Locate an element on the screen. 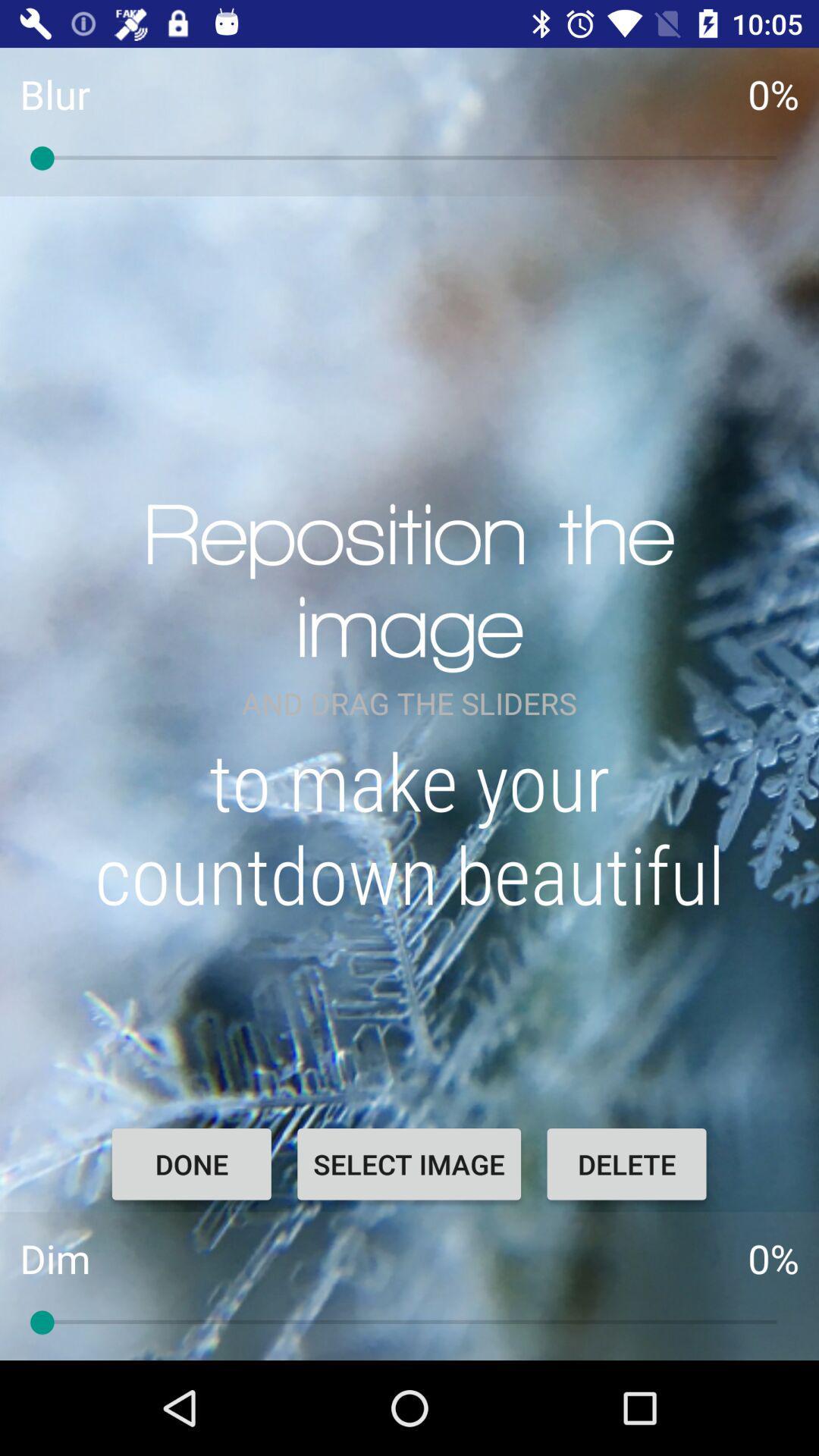  delete is located at coordinates (626, 1163).